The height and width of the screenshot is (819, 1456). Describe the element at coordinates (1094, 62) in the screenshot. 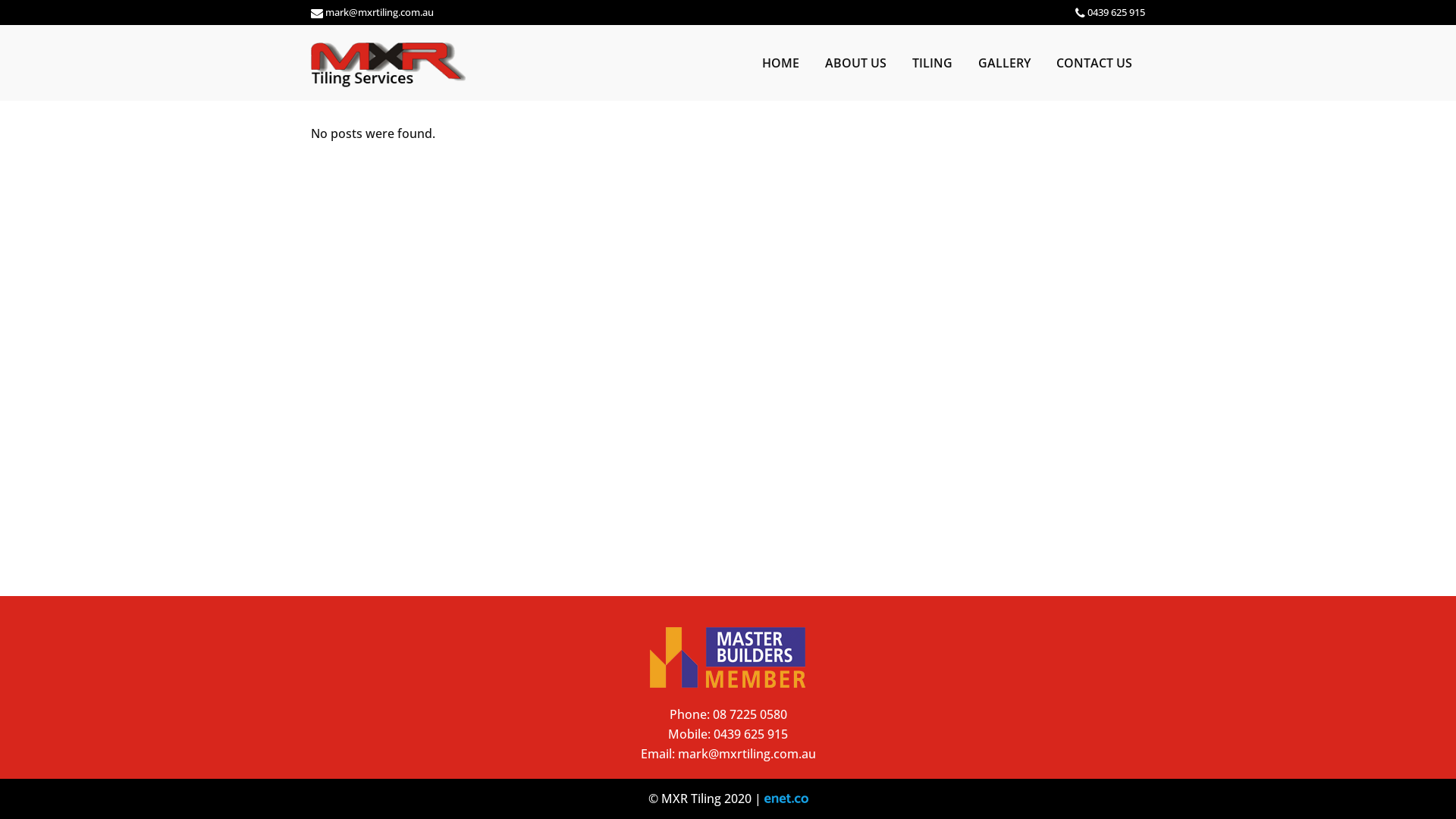

I see `'CONTACT US'` at that location.